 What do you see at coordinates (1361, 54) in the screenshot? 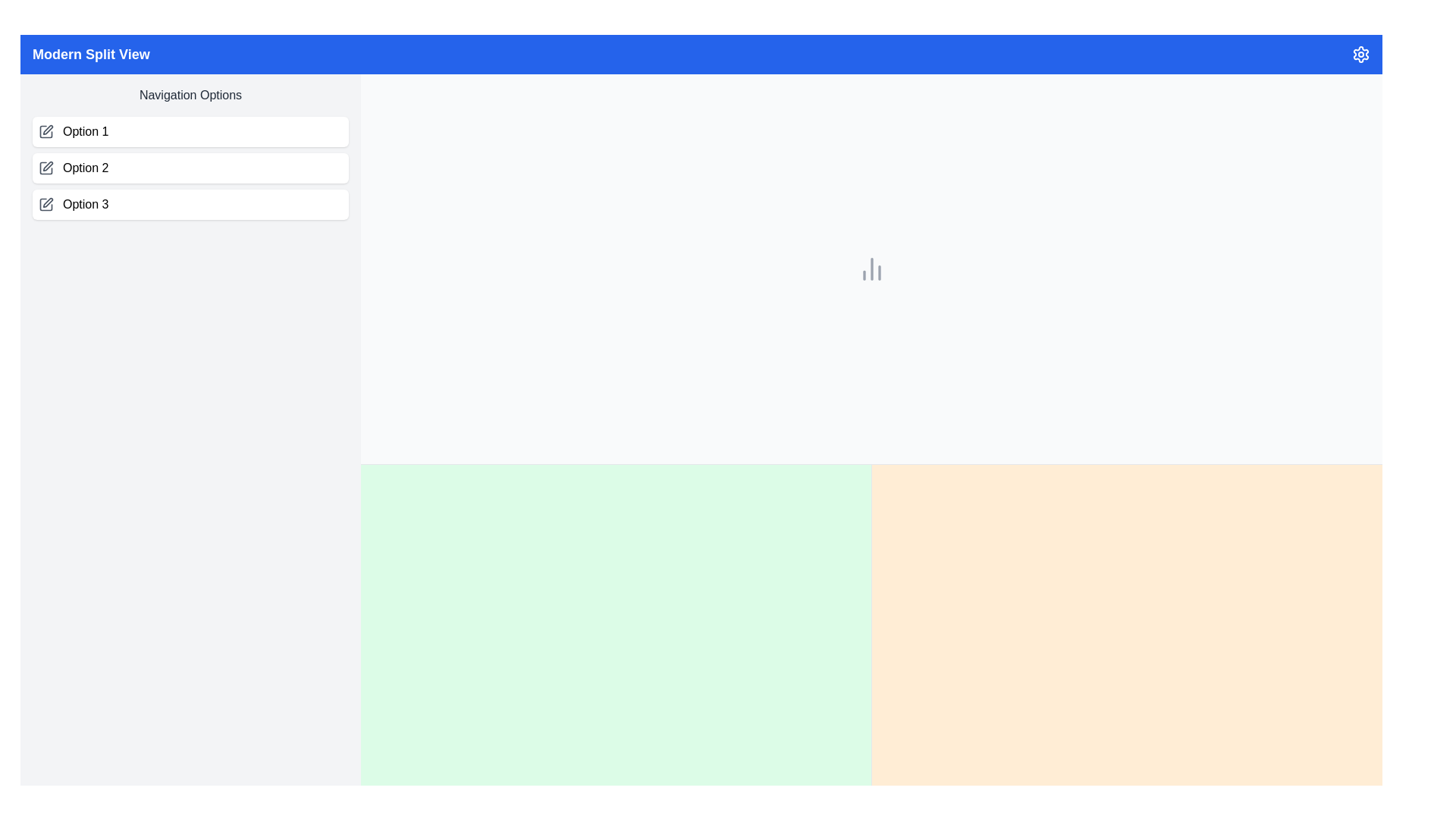
I see `the settings icon located at the top-right corner of the header navigation bar` at bounding box center [1361, 54].